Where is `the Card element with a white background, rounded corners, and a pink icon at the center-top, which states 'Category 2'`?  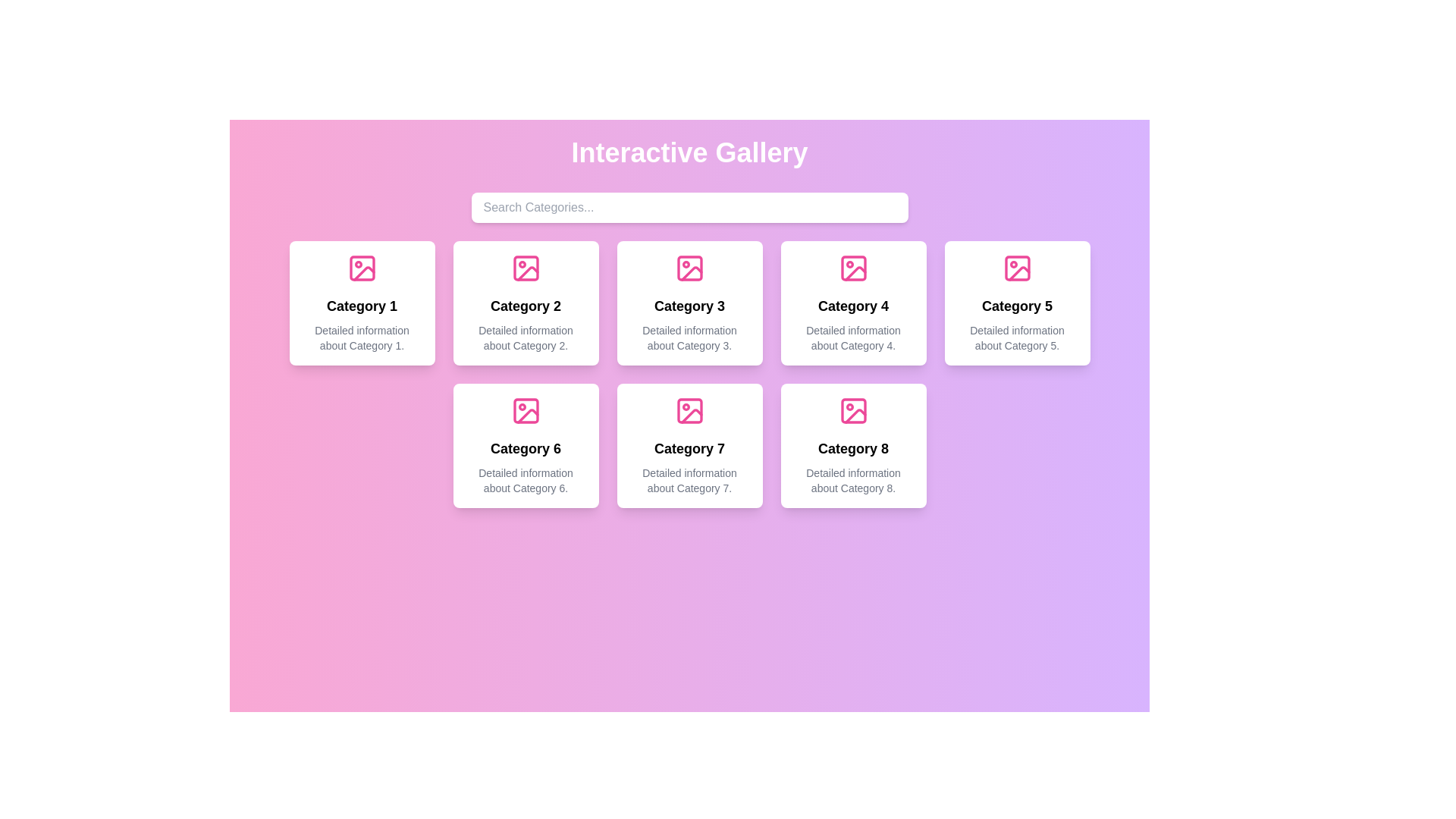
the Card element with a white background, rounded corners, and a pink icon at the center-top, which states 'Category 2' is located at coordinates (526, 303).